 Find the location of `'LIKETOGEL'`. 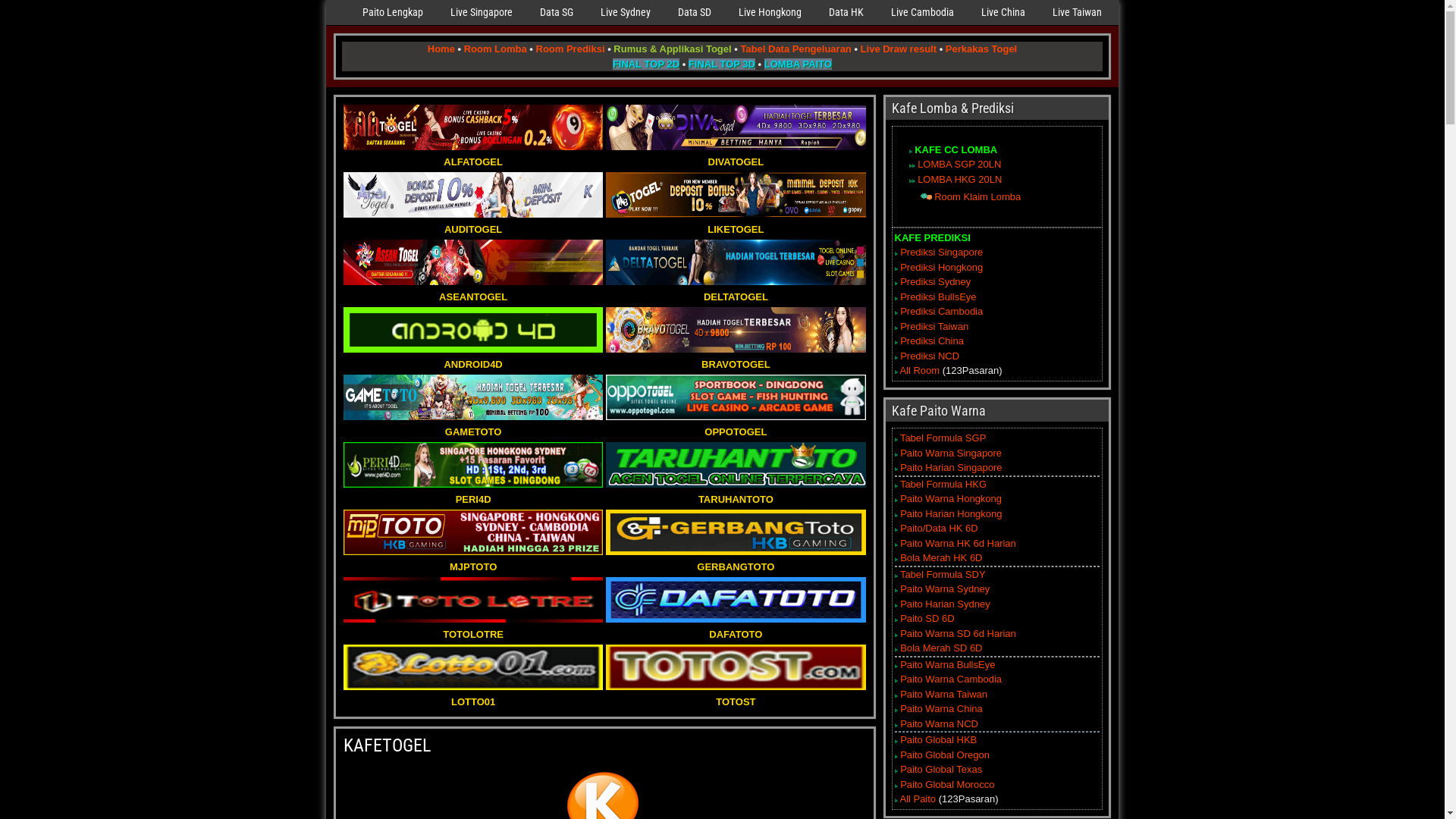

'LIKETOGEL' is located at coordinates (735, 221).